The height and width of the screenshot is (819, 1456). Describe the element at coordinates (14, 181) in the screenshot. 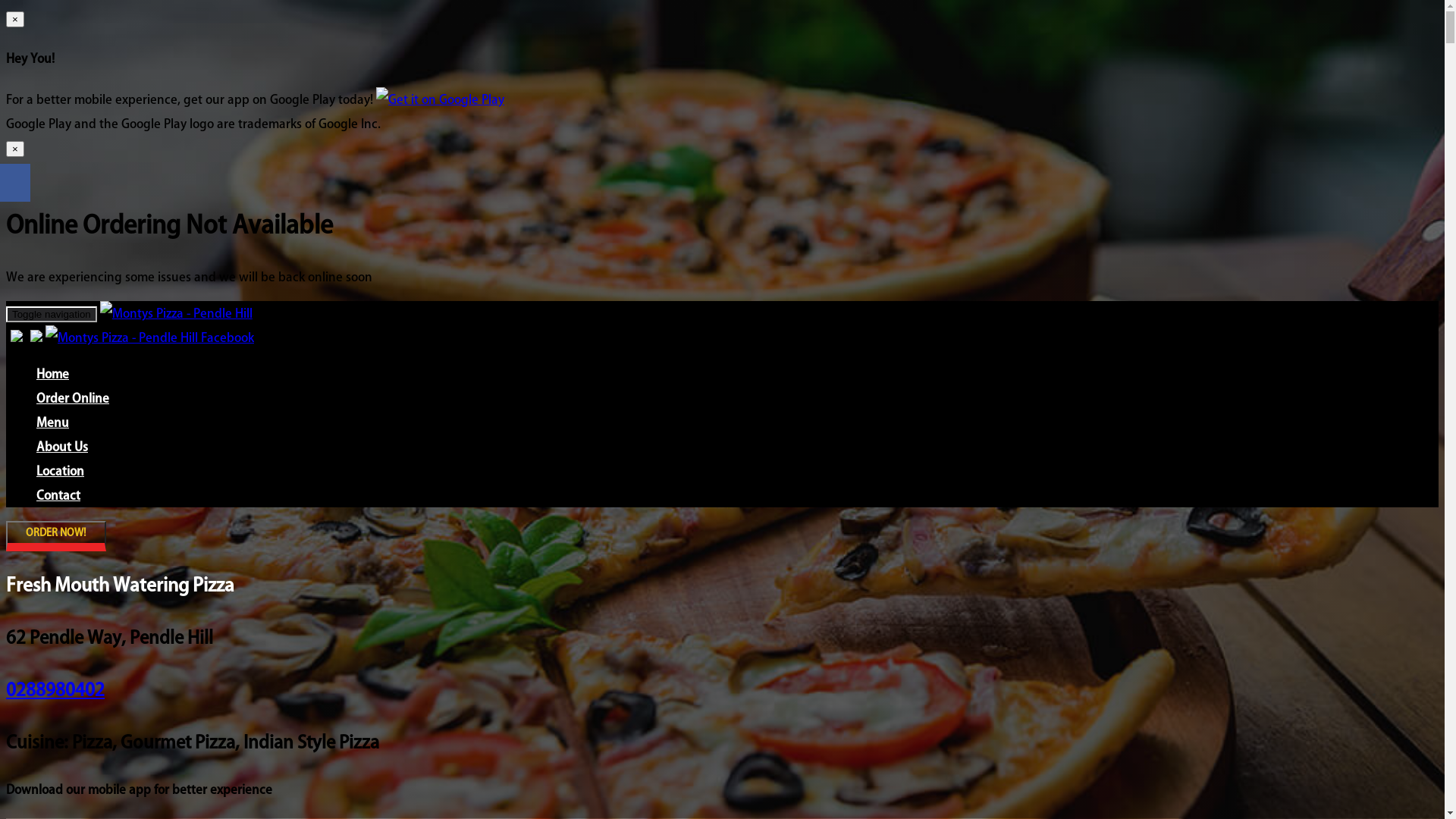

I see `'Share on Facebook'` at that location.